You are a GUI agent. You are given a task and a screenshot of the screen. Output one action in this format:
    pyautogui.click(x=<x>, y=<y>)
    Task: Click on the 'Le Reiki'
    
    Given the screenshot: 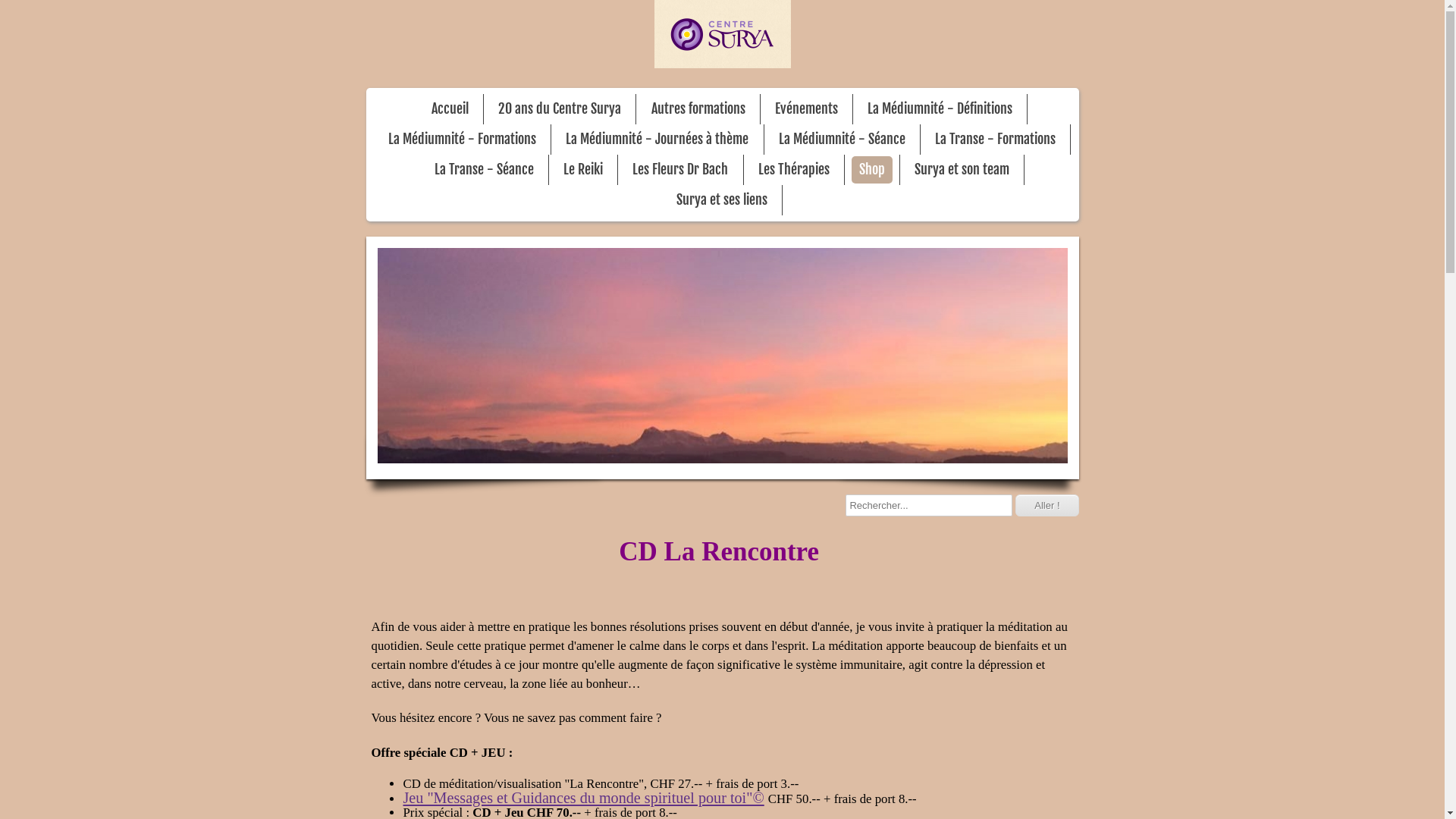 What is the action you would take?
    pyautogui.click(x=582, y=169)
    